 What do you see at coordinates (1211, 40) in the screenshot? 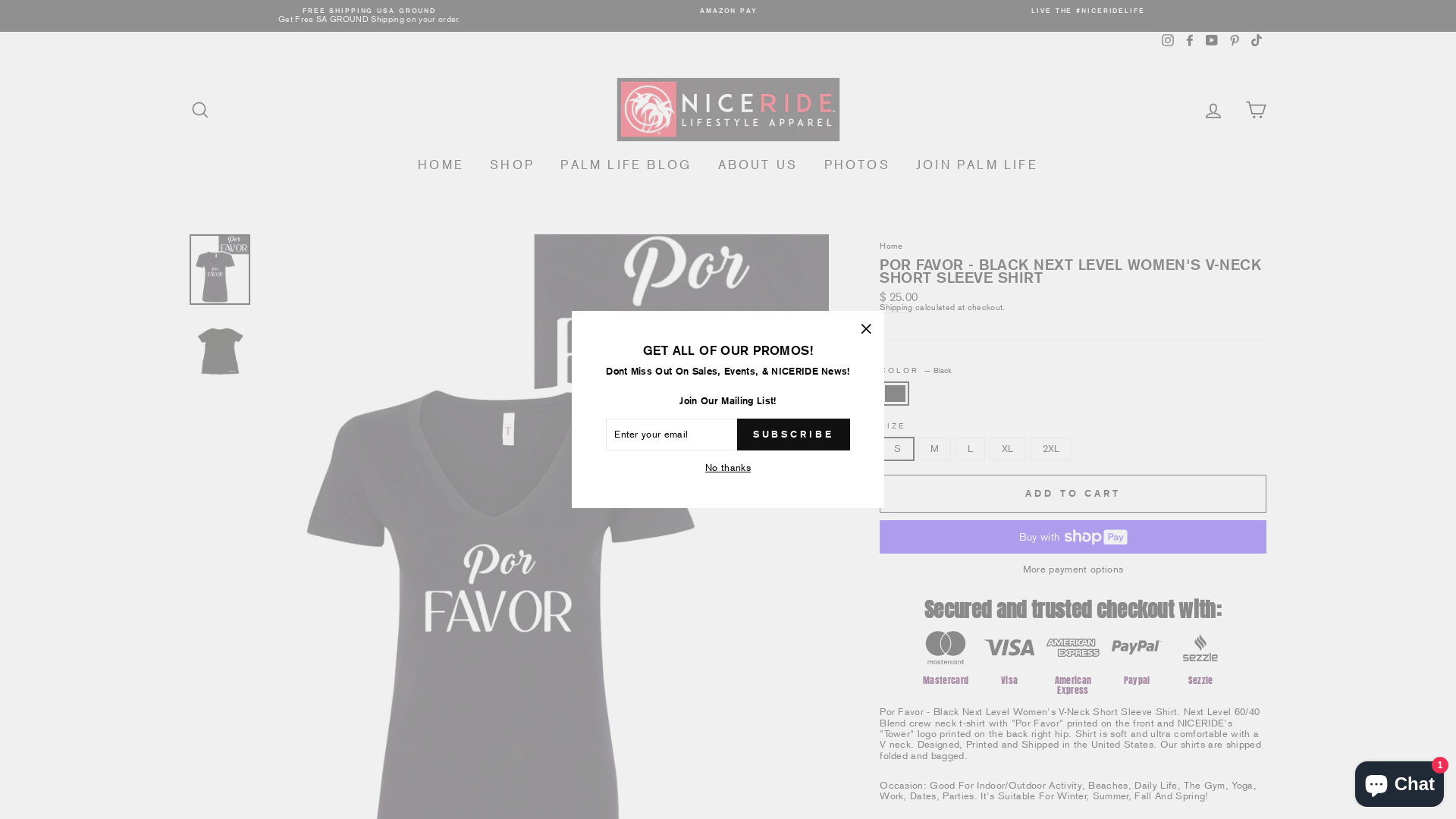
I see `'YouTube'` at bounding box center [1211, 40].